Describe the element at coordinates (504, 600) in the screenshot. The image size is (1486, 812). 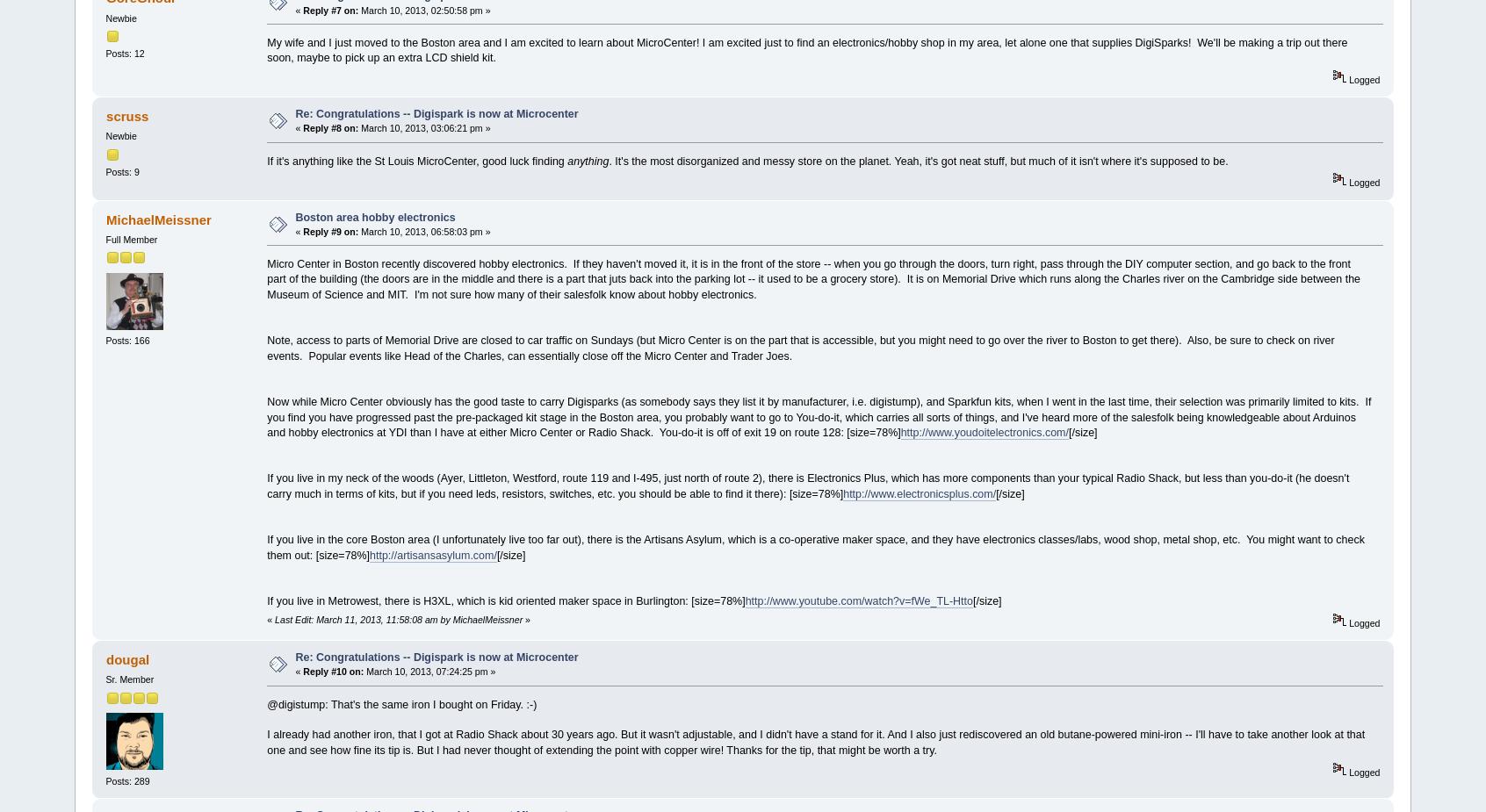
I see `'If you live in Metrowest, there is H3XL, which is kid oriented maker space in Burlington: [size=78%]'` at that location.